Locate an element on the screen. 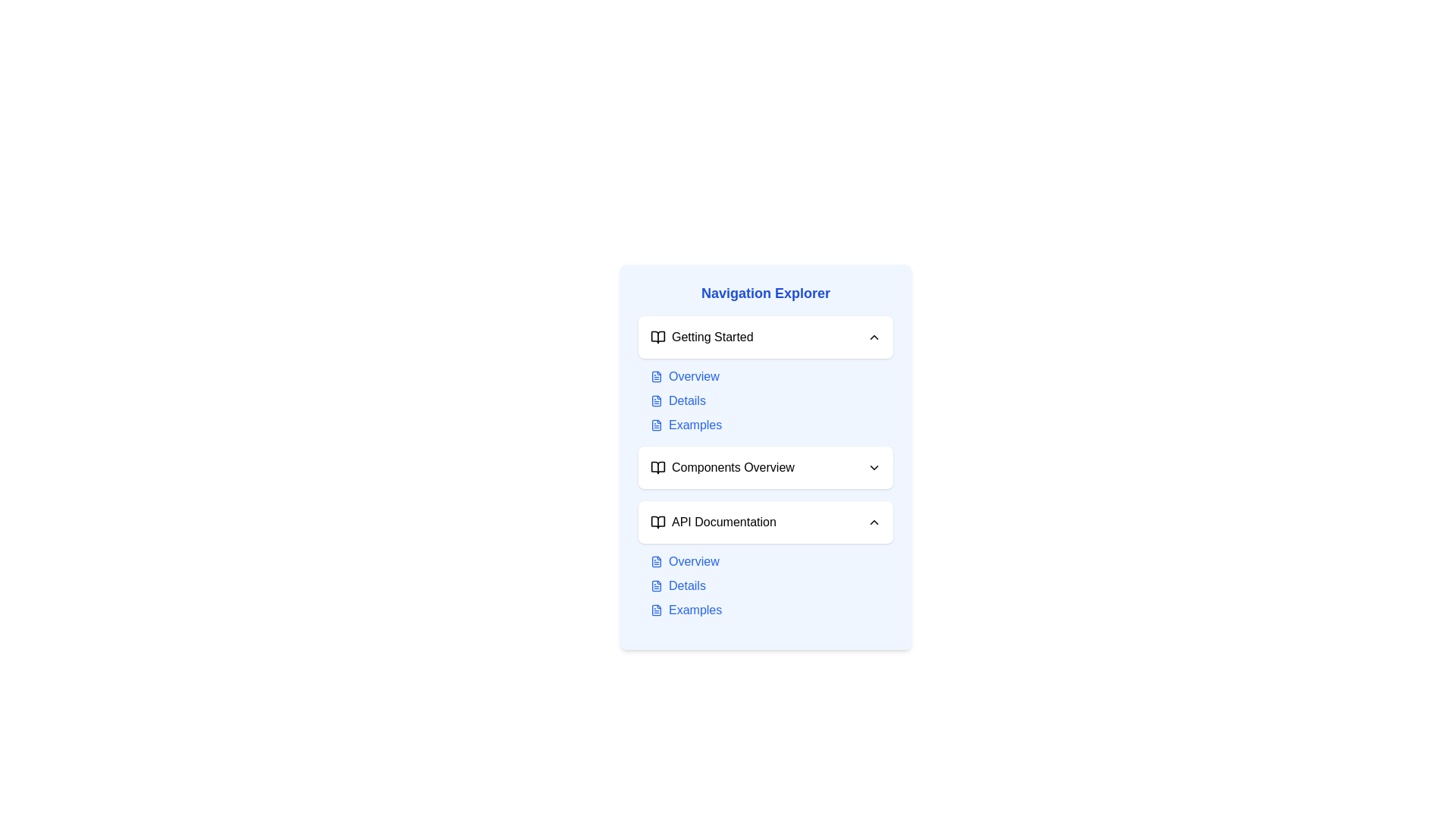  the file-text icon preceding the 'Examples' text under the expanded 'API Documentation' section in the navigation explorer is located at coordinates (656, 610).